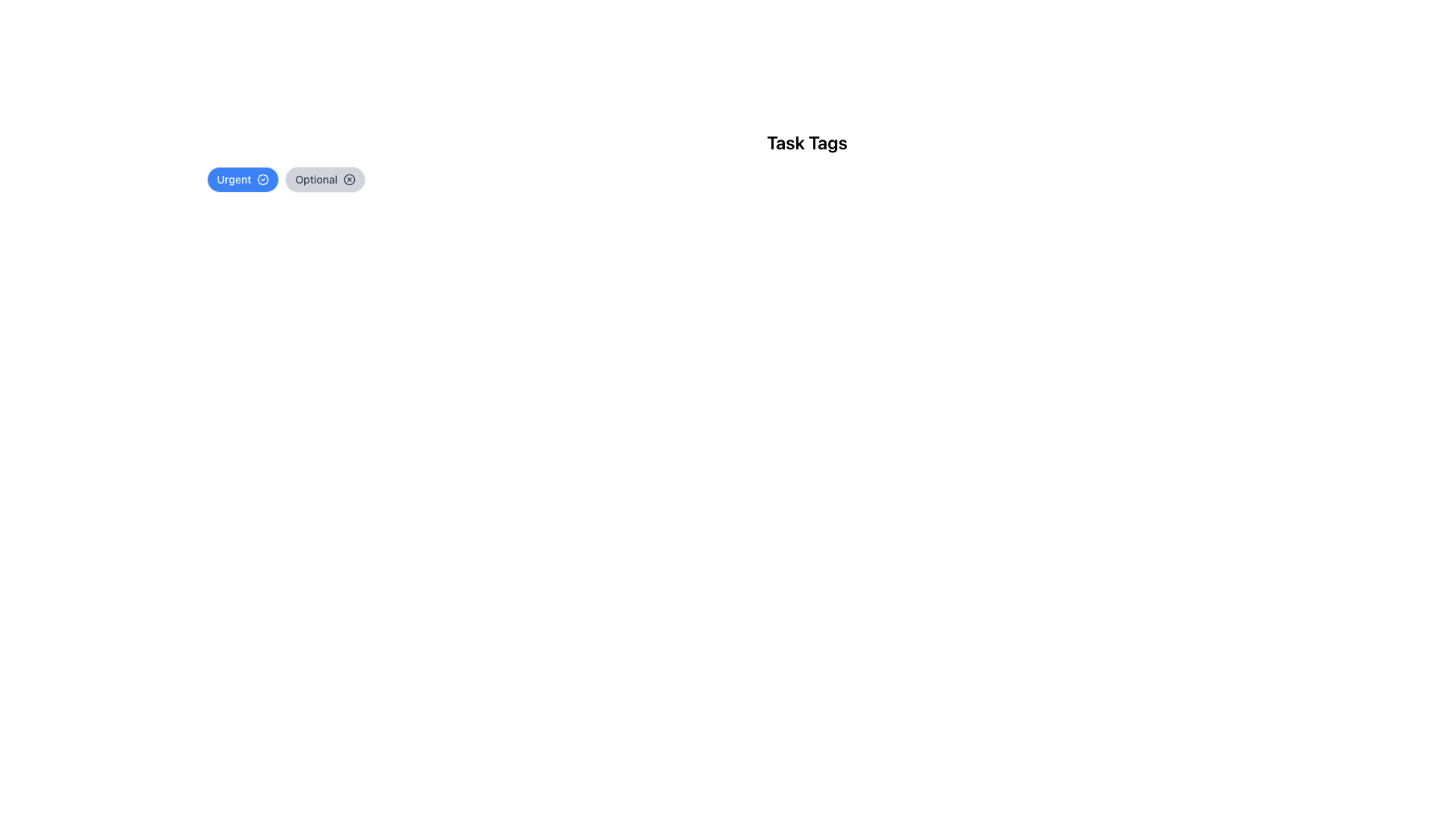 The width and height of the screenshot is (1456, 819). Describe the element at coordinates (349, 178) in the screenshot. I see `on the small circular icon button with a cross mark inside, located` at that location.